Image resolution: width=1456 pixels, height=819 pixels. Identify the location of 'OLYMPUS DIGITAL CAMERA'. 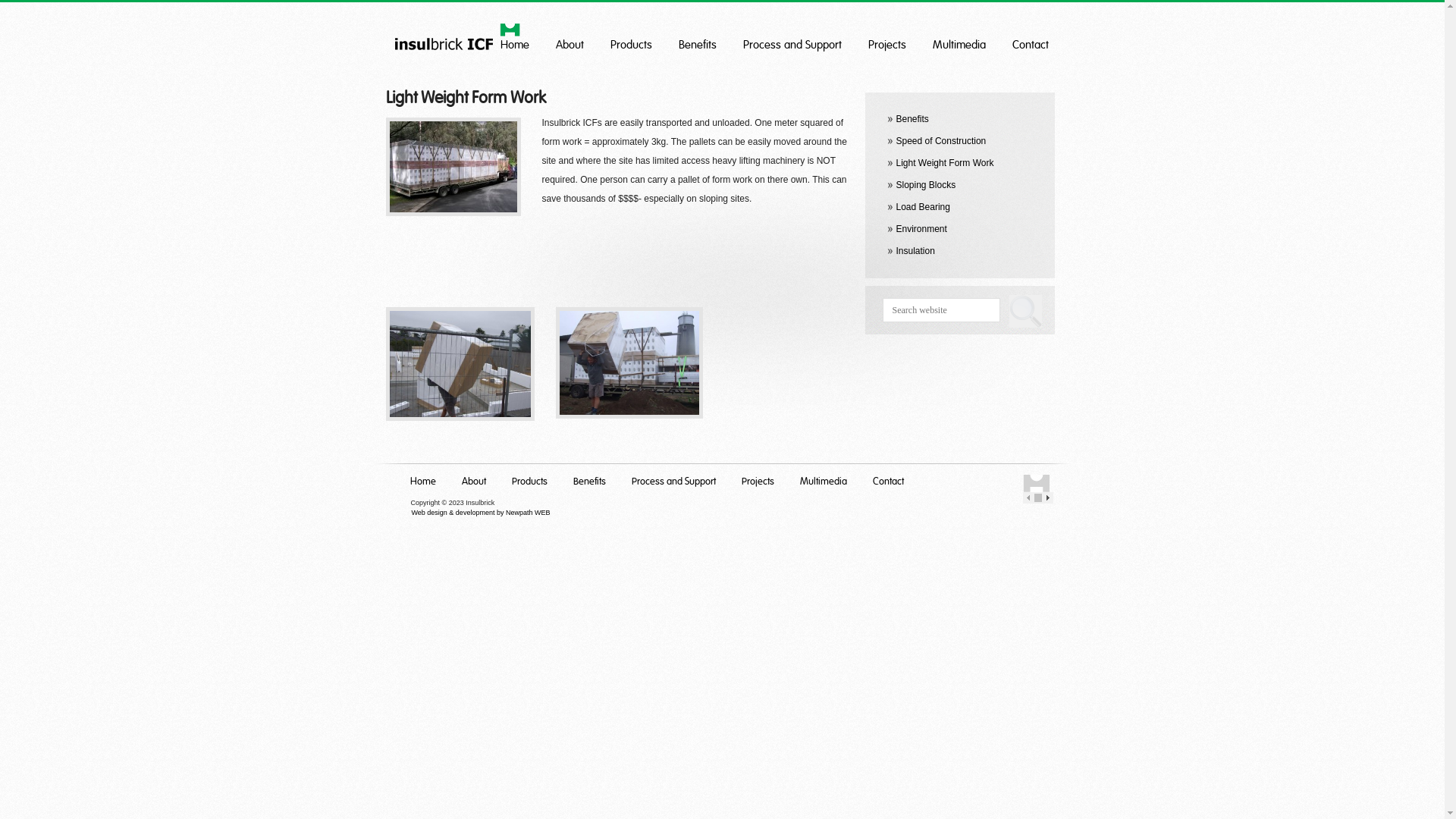
(385, 166).